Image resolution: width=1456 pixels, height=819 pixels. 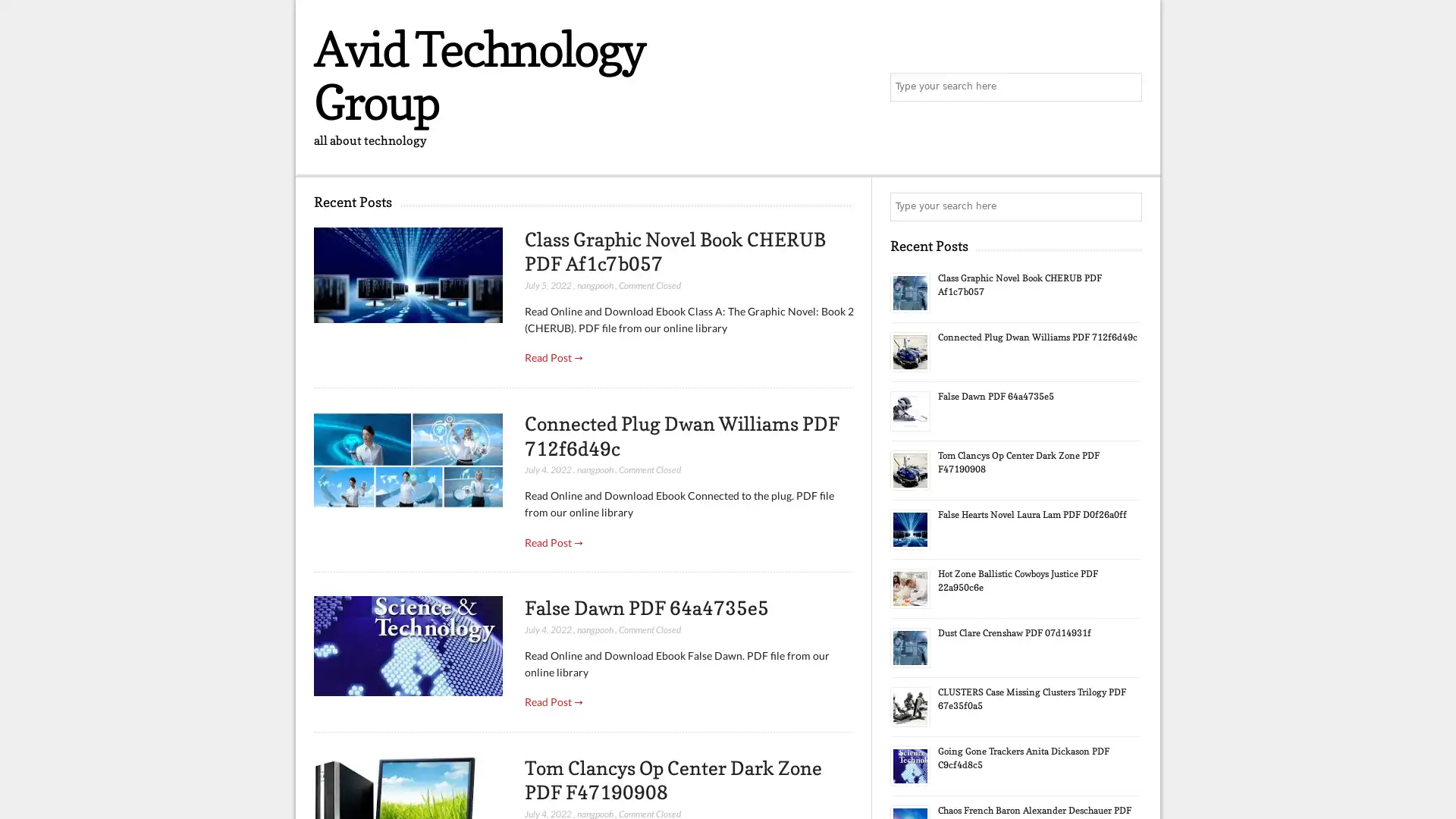 What do you see at coordinates (1126, 87) in the screenshot?
I see `Search` at bounding box center [1126, 87].